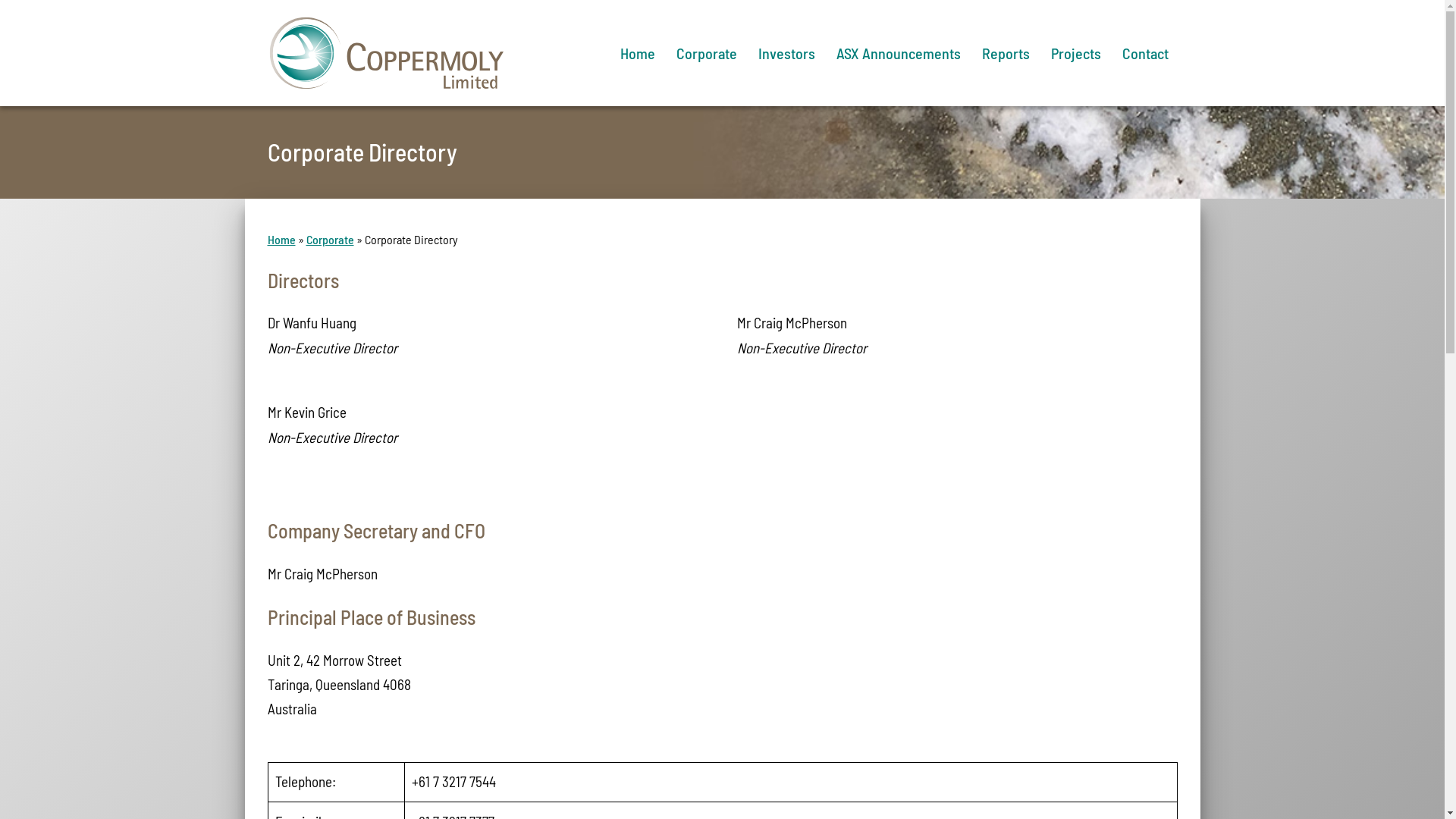 The width and height of the screenshot is (1456, 819). What do you see at coordinates (266, 239) in the screenshot?
I see `'Home'` at bounding box center [266, 239].